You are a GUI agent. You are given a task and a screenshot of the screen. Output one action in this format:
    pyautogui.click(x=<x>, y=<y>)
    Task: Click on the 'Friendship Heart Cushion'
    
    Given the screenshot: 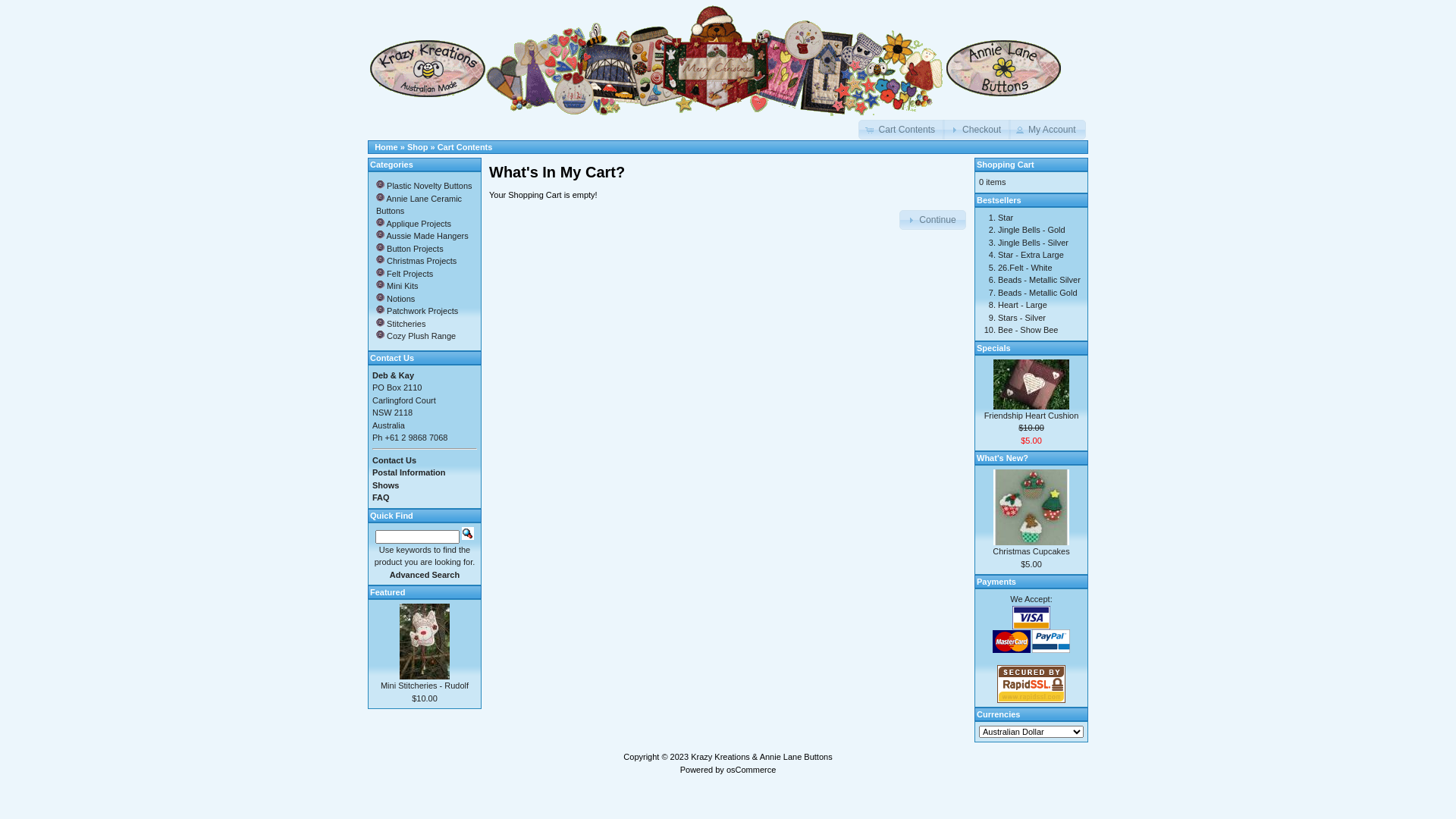 What is the action you would take?
    pyautogui.click(x=1031, y=383)
    